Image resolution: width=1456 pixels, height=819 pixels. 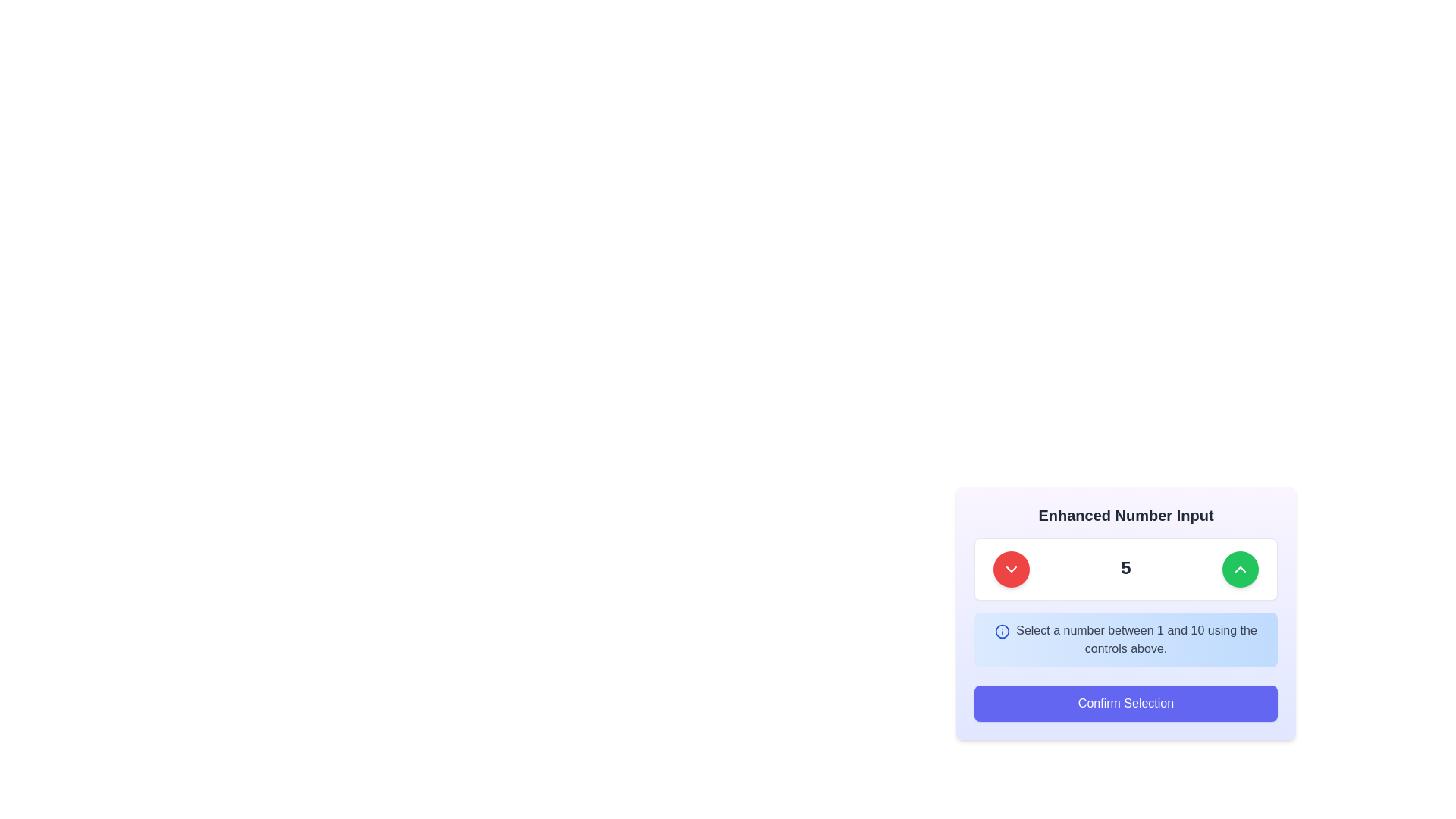 What do you see at coordinates (1241, 570) in the screenshot?
I see `the increment button located in the top-right corner of the white rectangle in the 'Enhanced Number Input' section to increase the number in the adjacent input field by one` at bounding box center [1241, 570].